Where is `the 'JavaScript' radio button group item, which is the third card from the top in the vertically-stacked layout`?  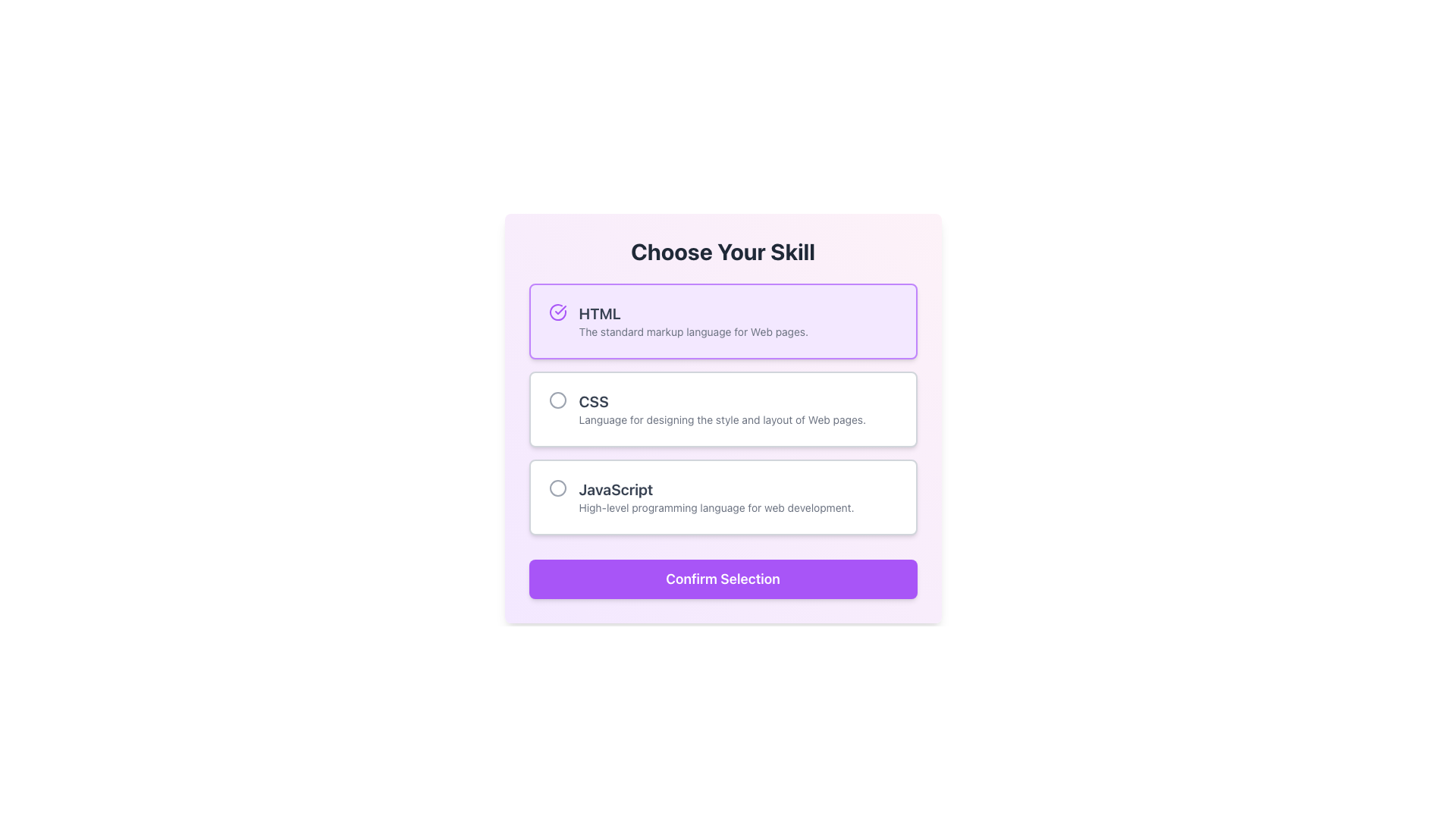 the 'JavaScript' radio button group item, which is the third card from the top in the vertically-stacked layout is located at coordinates (722, 497).